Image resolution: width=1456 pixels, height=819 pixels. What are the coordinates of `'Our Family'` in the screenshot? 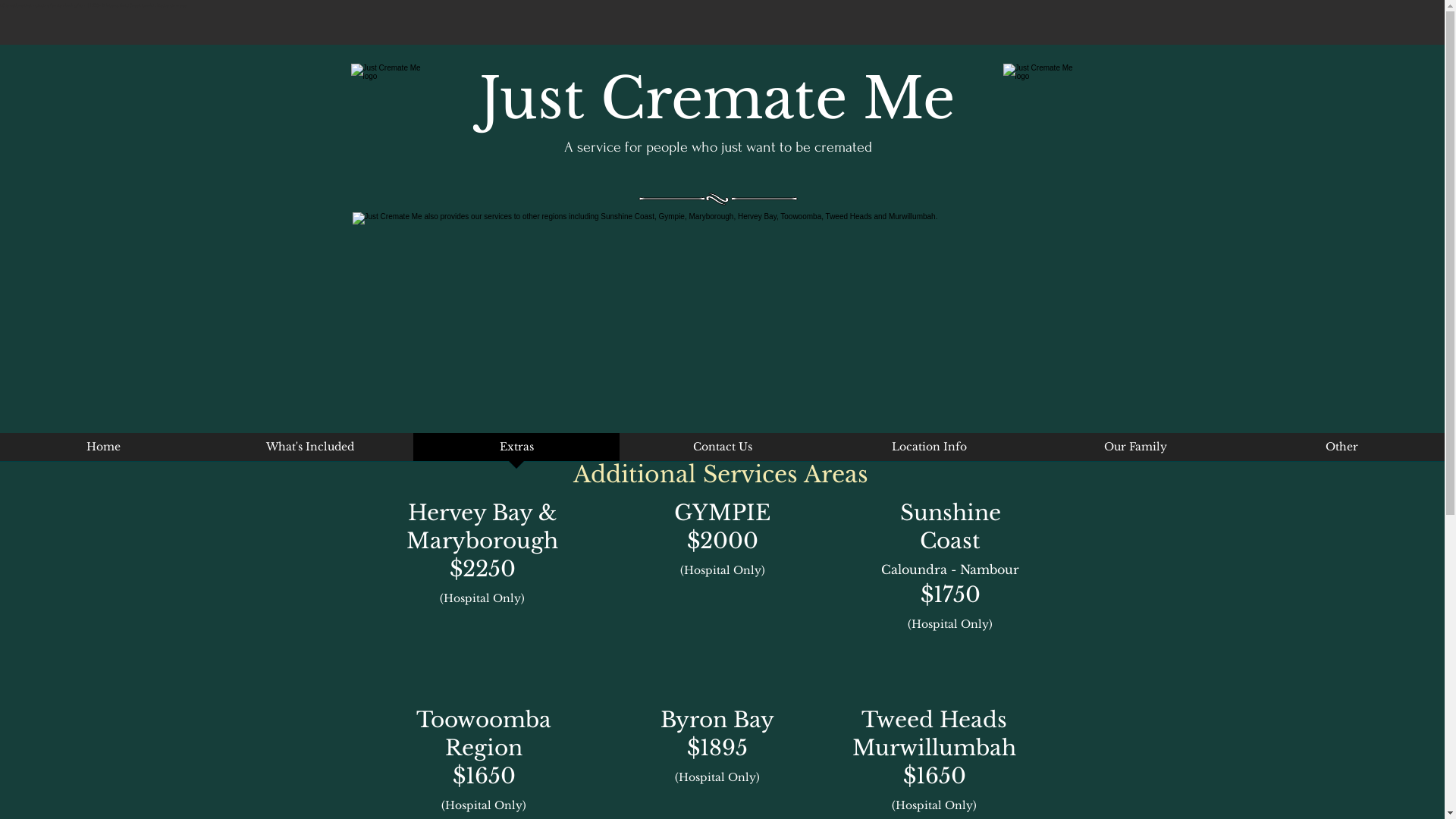 It's located at (1135, 451).